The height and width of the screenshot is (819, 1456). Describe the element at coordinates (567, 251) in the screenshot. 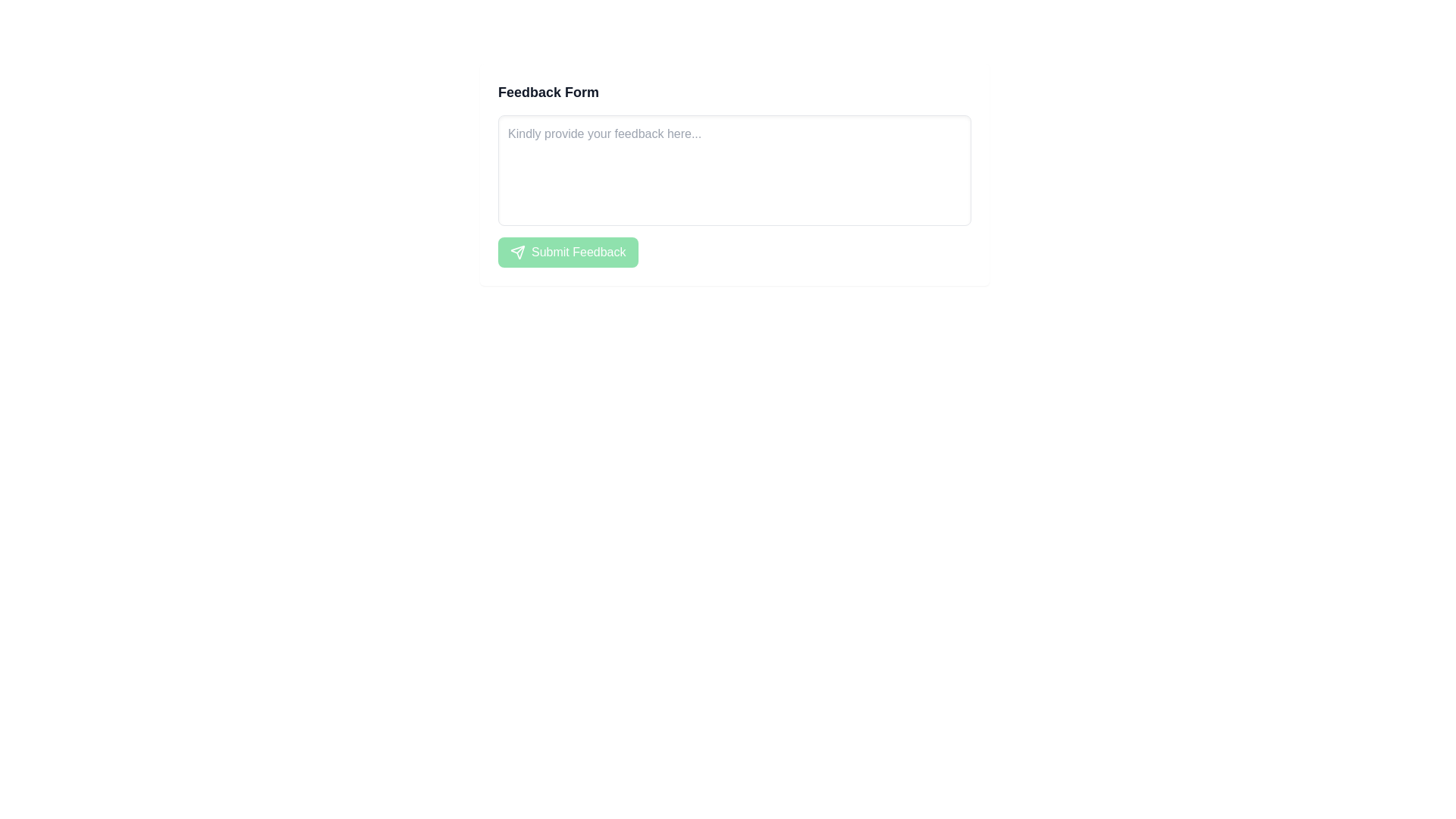

I see `the green 'Submit Feedback' button with rounded corners, which has a white text label and a paper plane icon` at that location.